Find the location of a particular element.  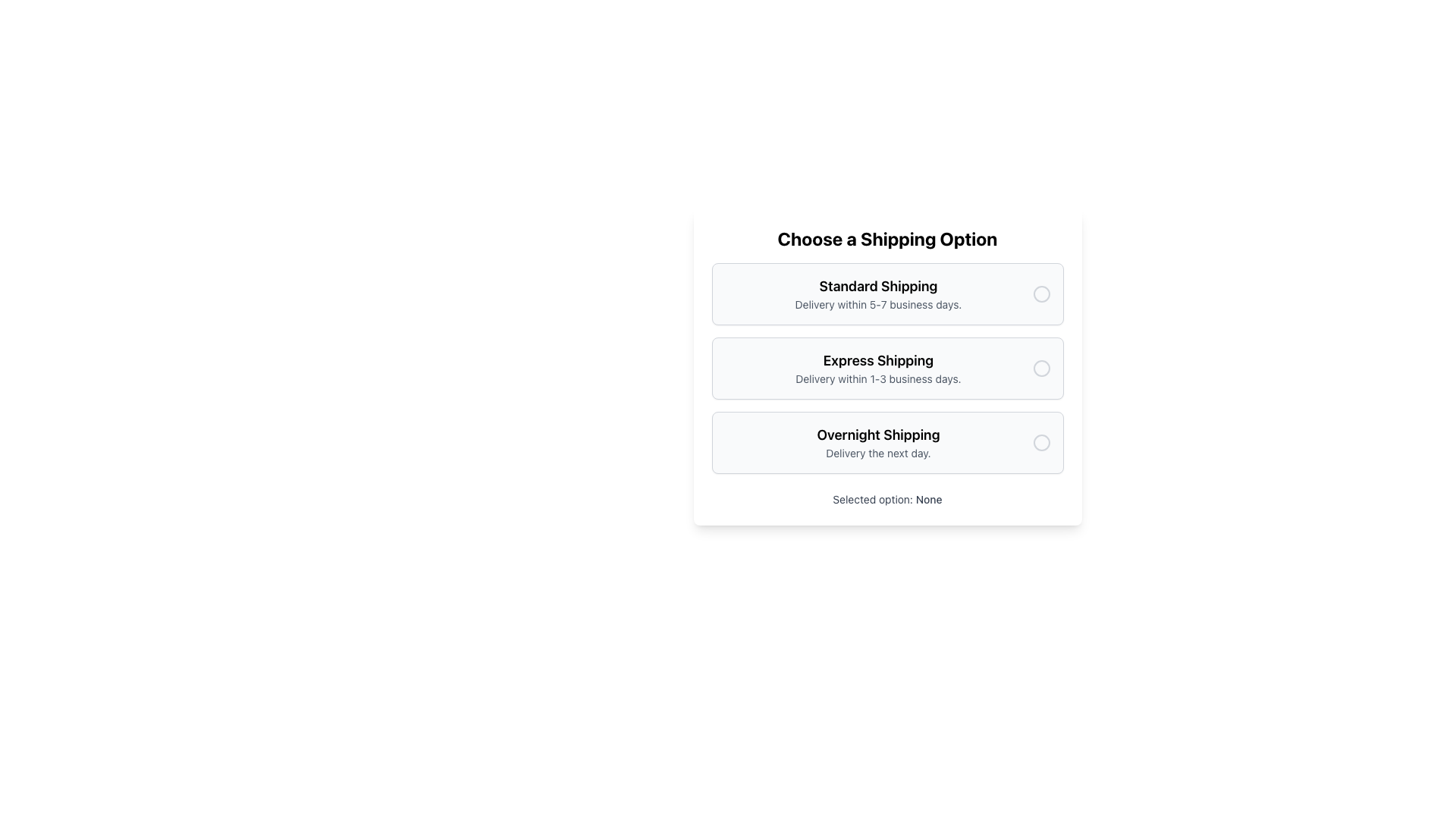

the 'Express Shipping' option in the group of interactive sections with radio buttons is located at coordinates (887, 369).